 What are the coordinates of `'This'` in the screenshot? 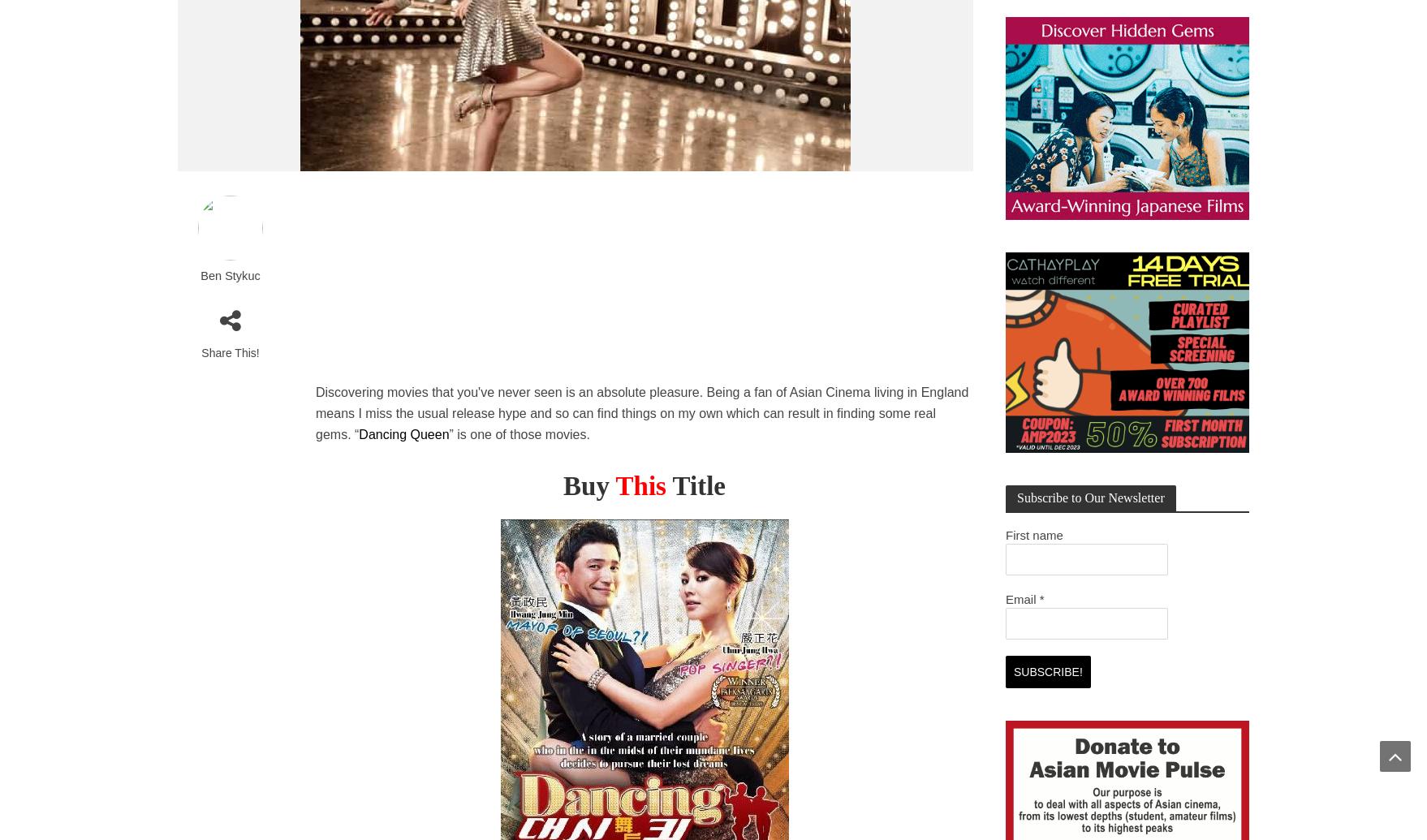 It's located at (639, 485).